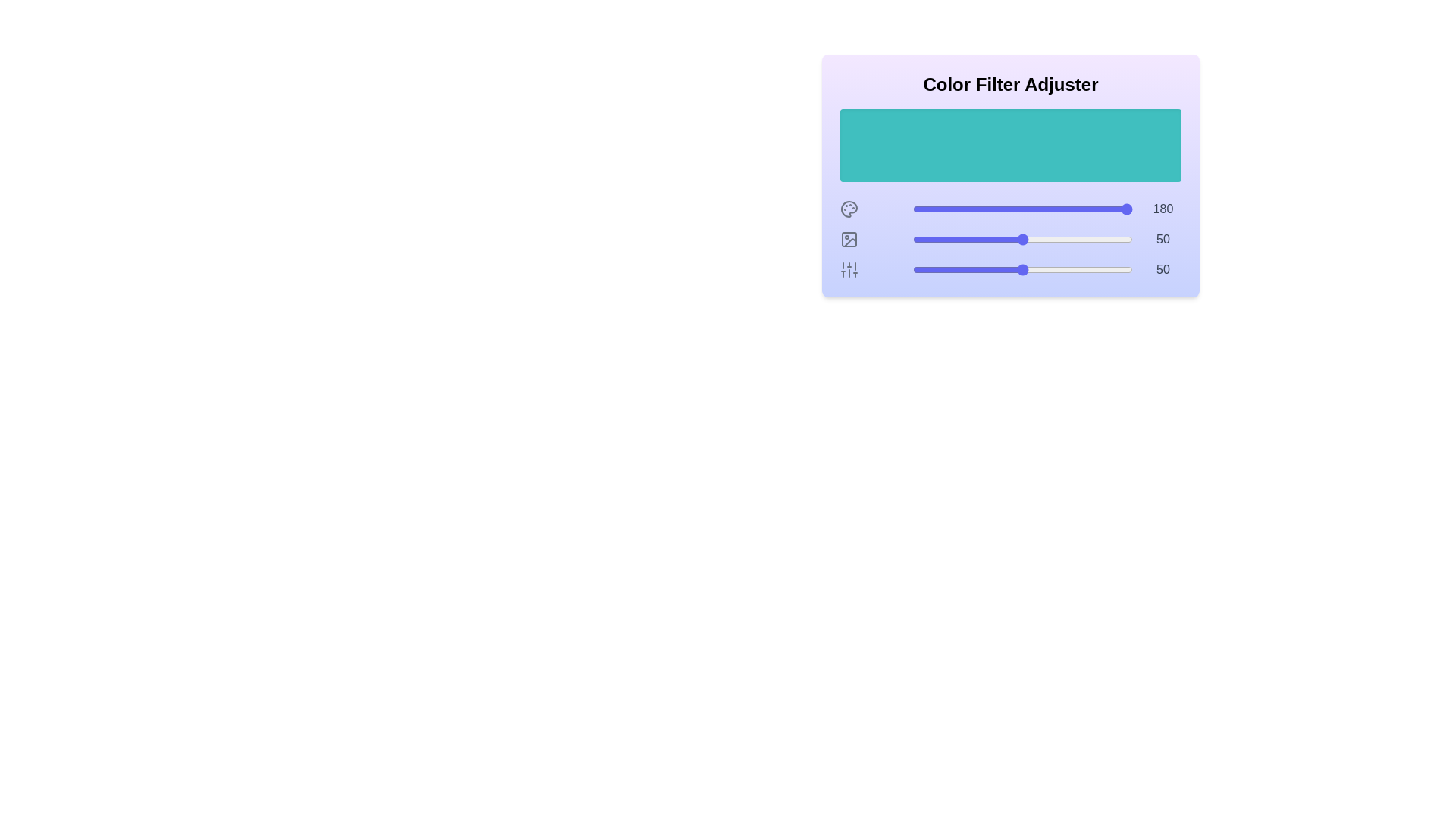 The image size is (1456, 819). What do you see at coordinates (952, 209) in the screenshot?
I see `the 0 slider to 18 to observe the color preview area` at bounding box center [952, 209].